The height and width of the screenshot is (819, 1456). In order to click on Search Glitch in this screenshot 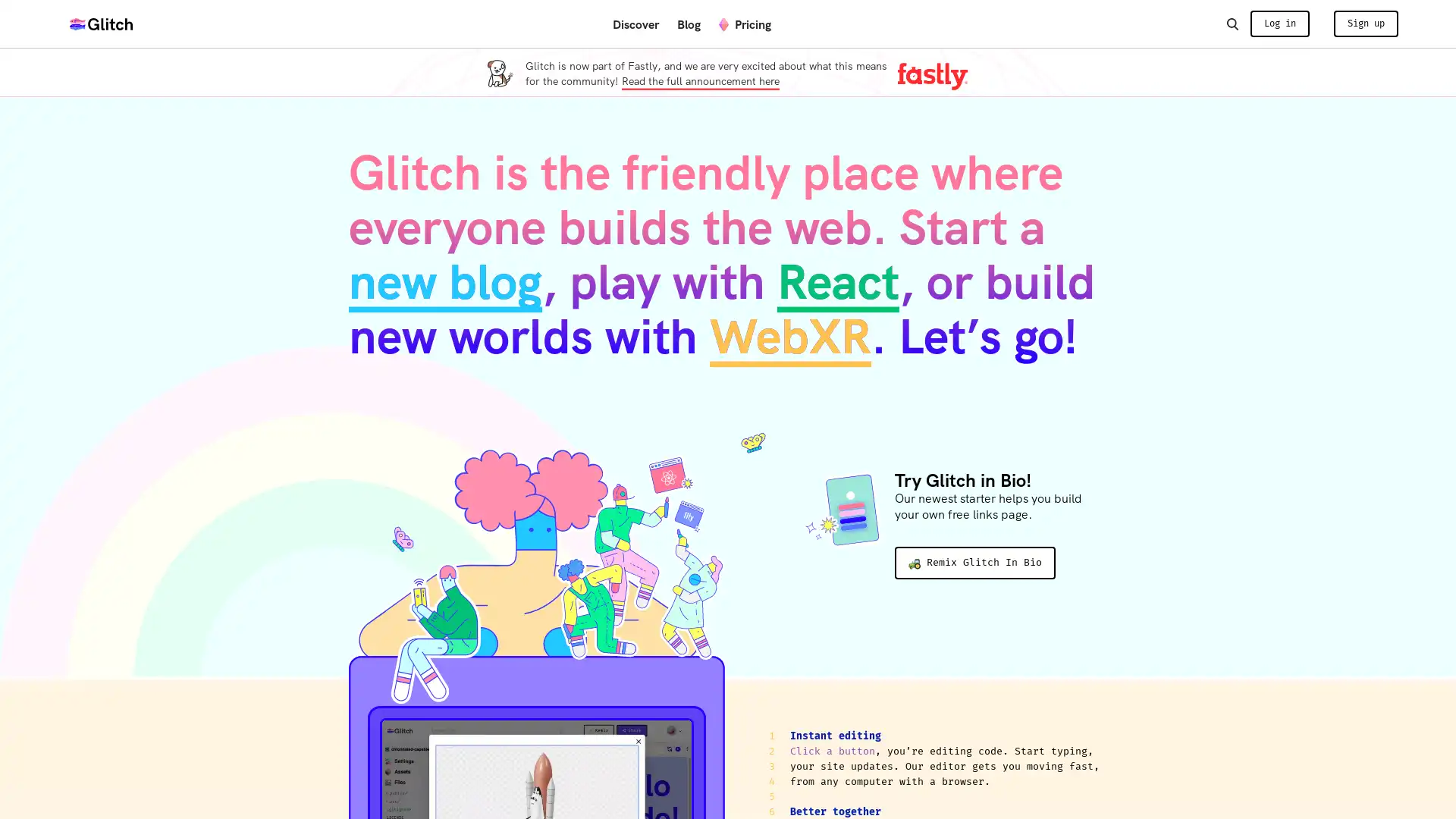, I will do `click(1232, 23)`.